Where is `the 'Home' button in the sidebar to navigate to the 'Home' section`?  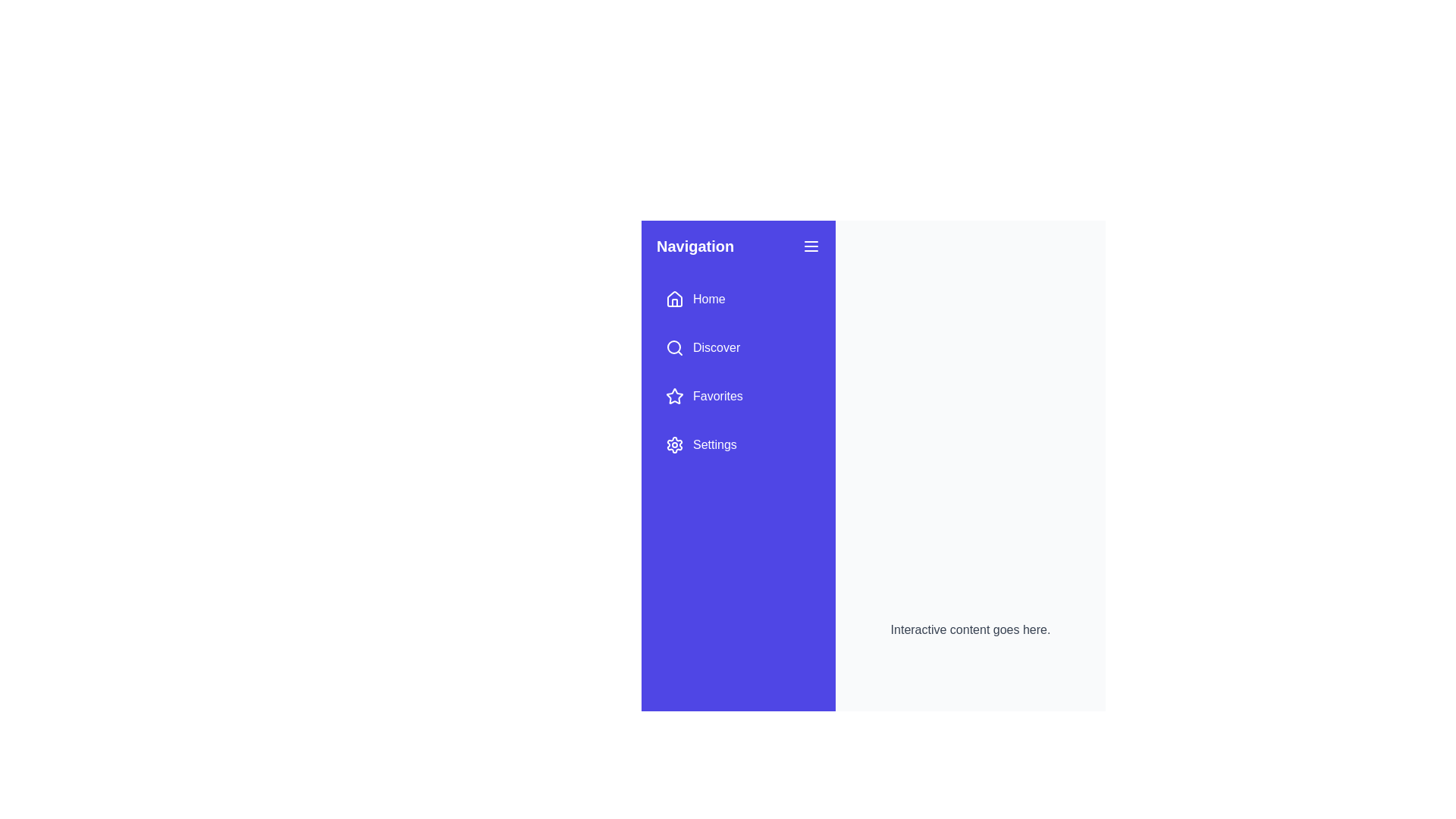 the 'Home' button in the sidebar to navigate to the 'Home' section is located at coordinates (694, 299).